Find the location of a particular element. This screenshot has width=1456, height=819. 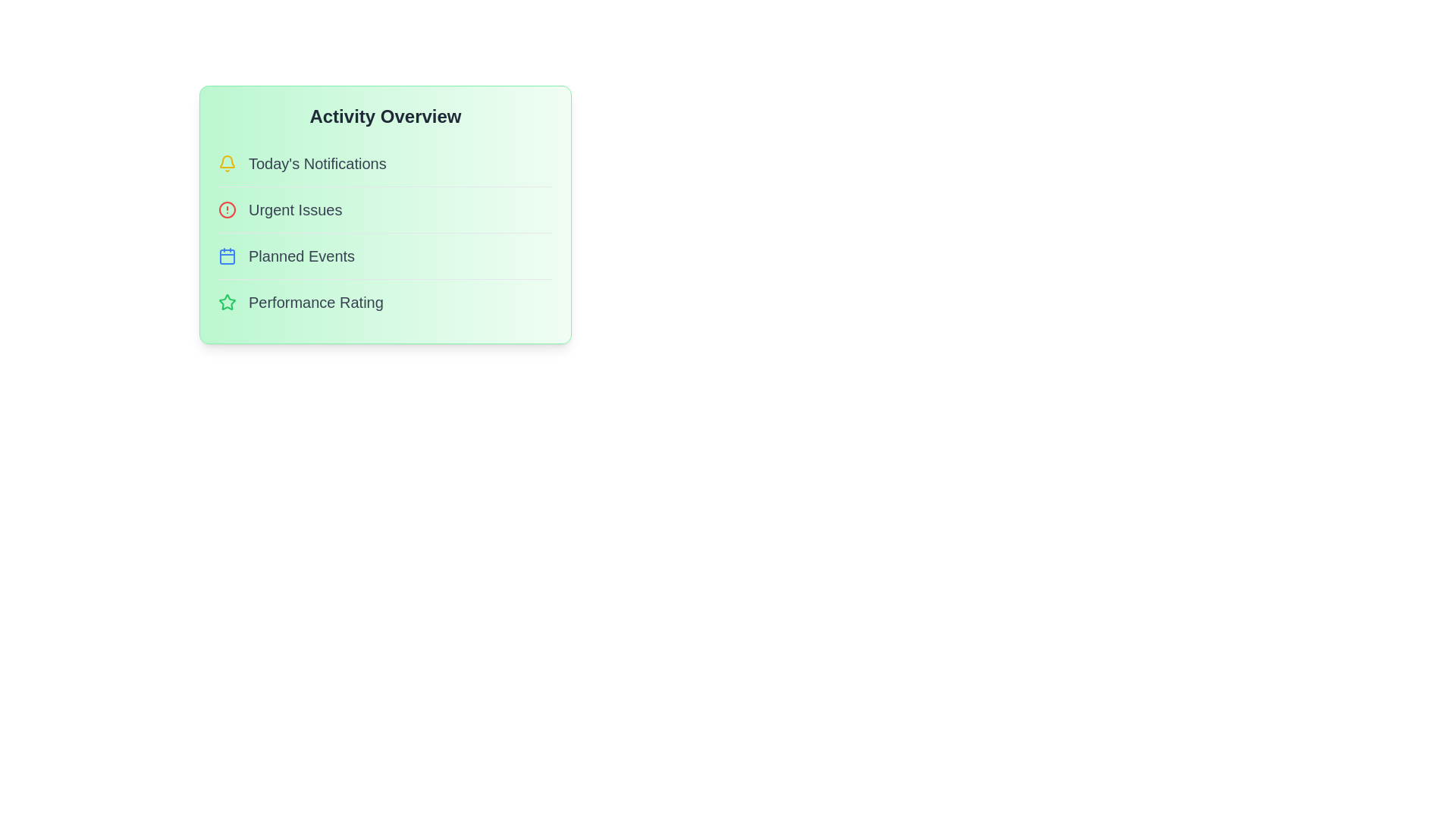

the 'Planned Events' list item with a blue calendar icon for keyboard interaction is located at coordinates (385, 255).